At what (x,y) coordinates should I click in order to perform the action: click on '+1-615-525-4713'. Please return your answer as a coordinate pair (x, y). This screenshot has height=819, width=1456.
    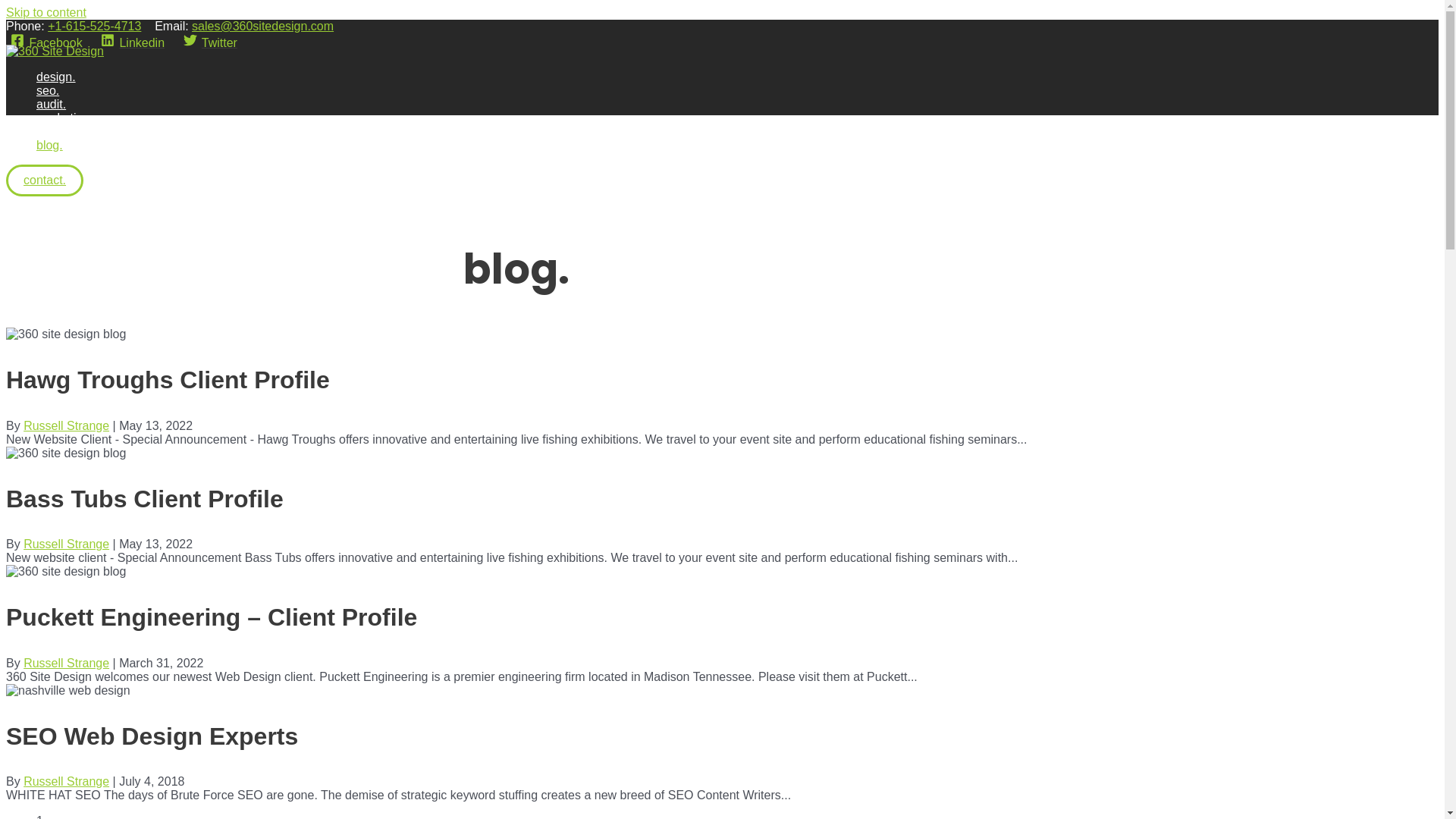
    Looking at the image, I should click on (93, 26).